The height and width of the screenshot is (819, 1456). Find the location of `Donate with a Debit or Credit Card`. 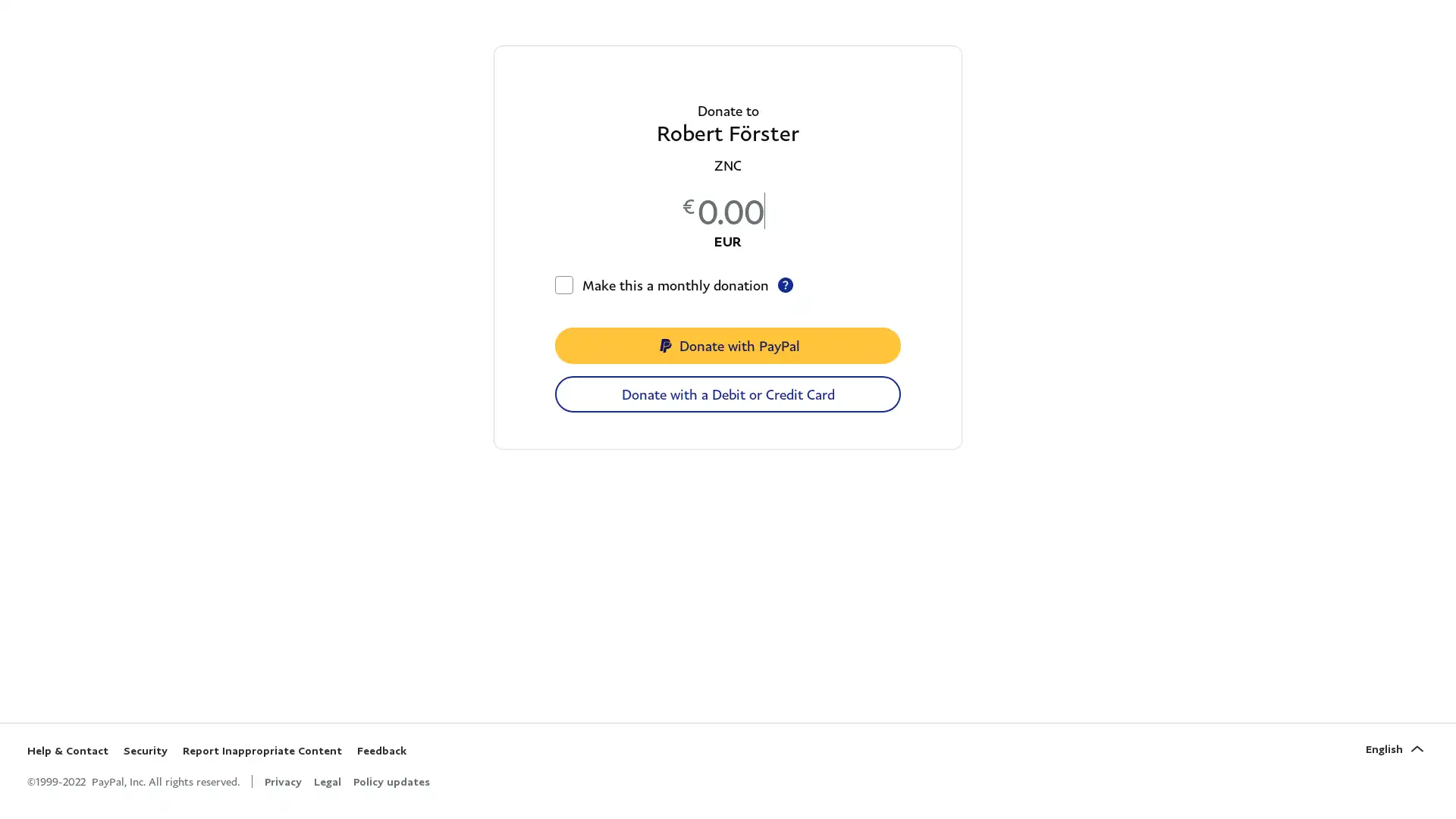

Donate with a Debit or Credit Card is located at coordinates (728, 394).